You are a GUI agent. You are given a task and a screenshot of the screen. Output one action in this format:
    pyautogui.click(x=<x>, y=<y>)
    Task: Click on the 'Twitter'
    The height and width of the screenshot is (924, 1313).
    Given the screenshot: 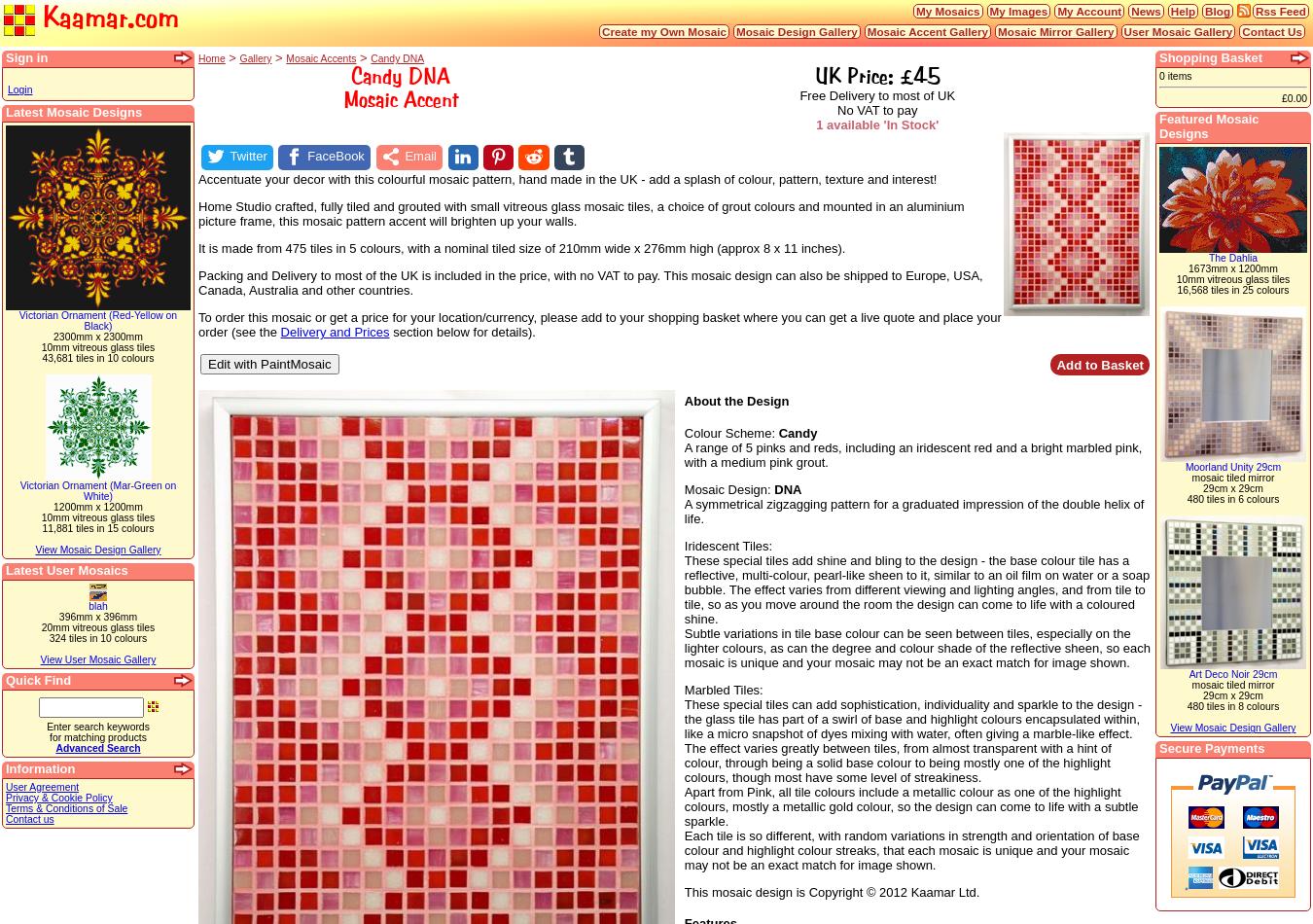 What is the action you would take?
    pyautogui.click(x=247, y=156)
    